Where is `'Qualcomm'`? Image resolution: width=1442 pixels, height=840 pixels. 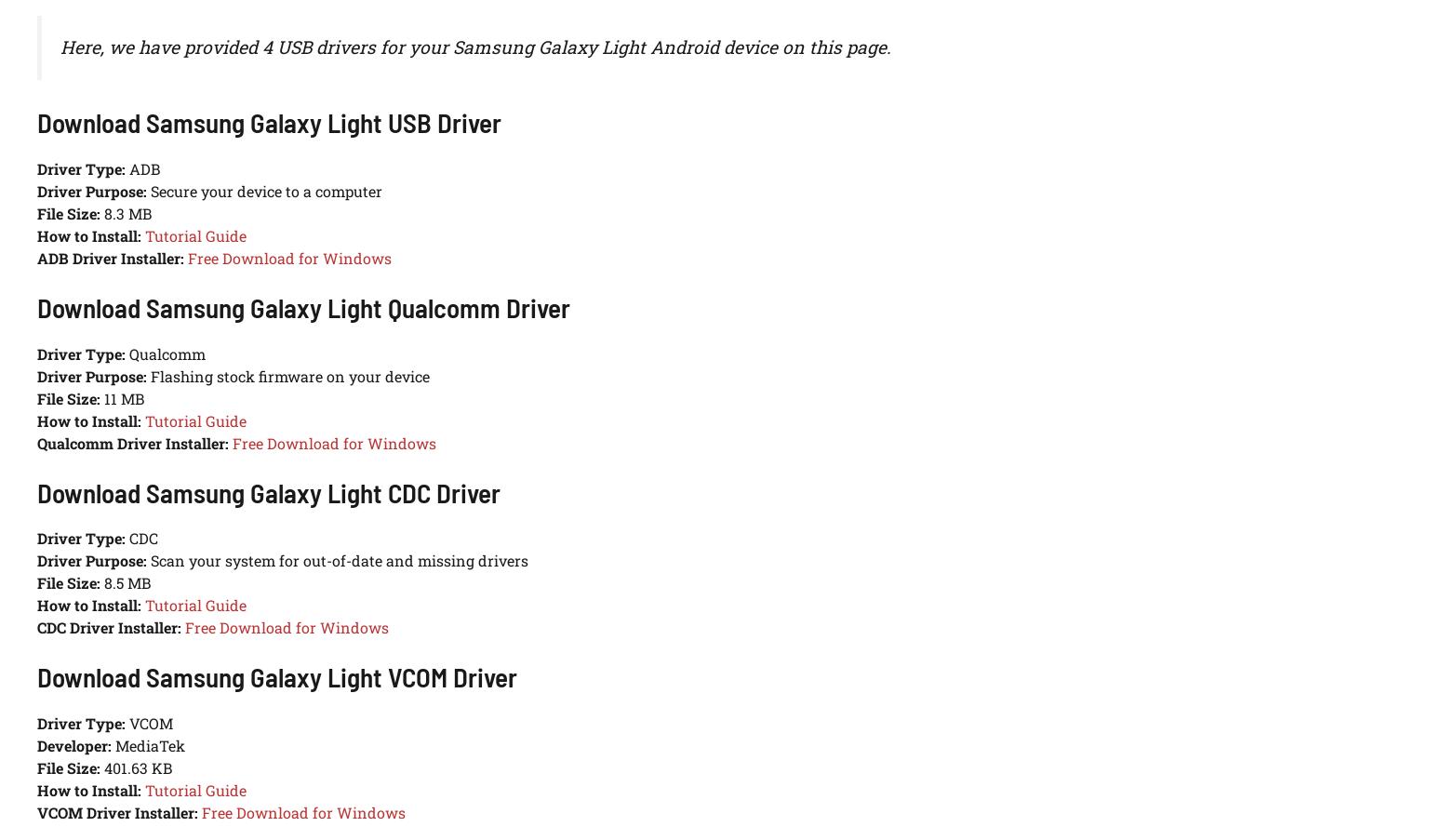 'Qualcomm' is located at coordinates (126, 353).